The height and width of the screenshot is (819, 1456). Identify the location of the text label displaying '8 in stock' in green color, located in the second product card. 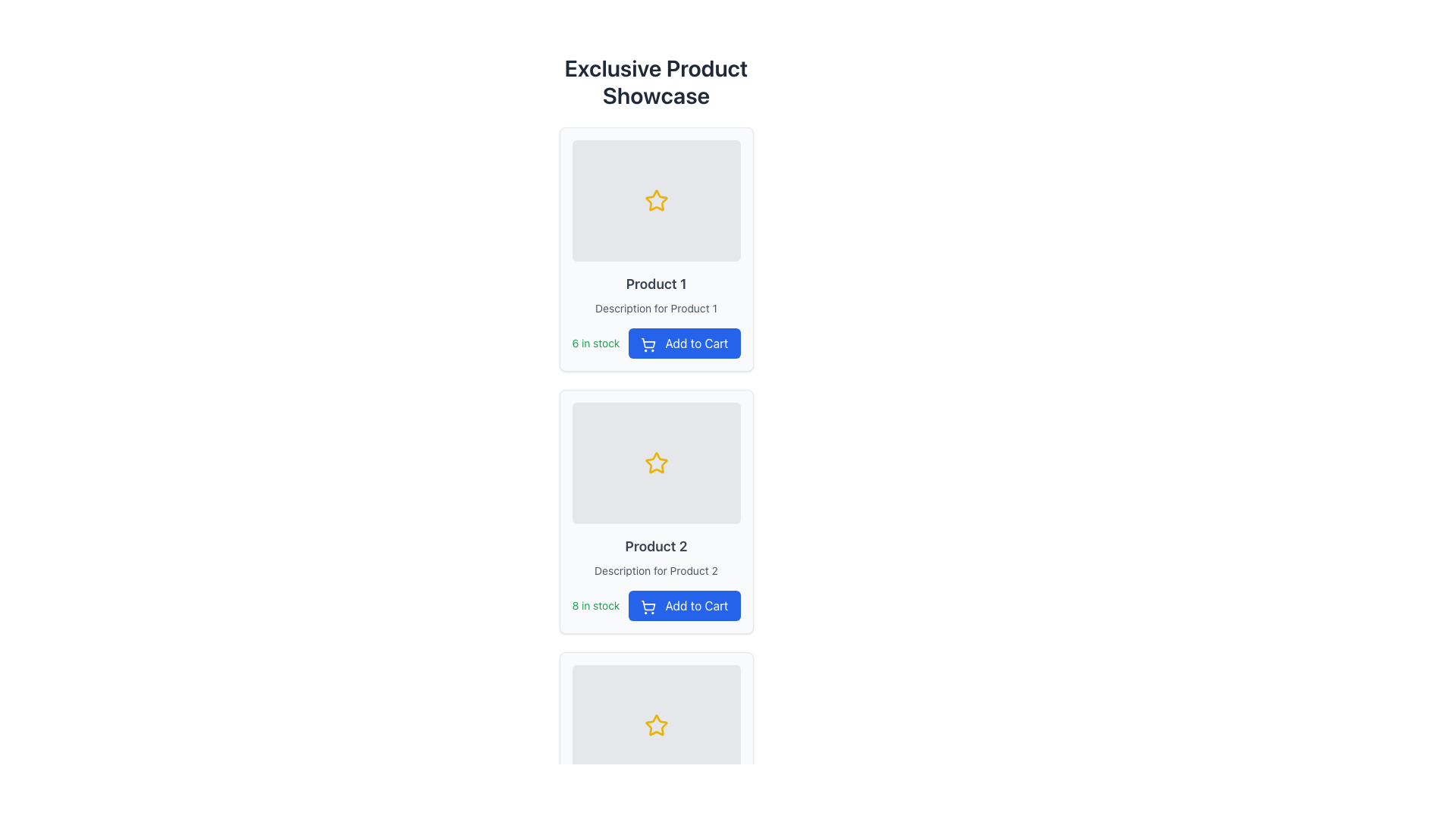
(595, 604).